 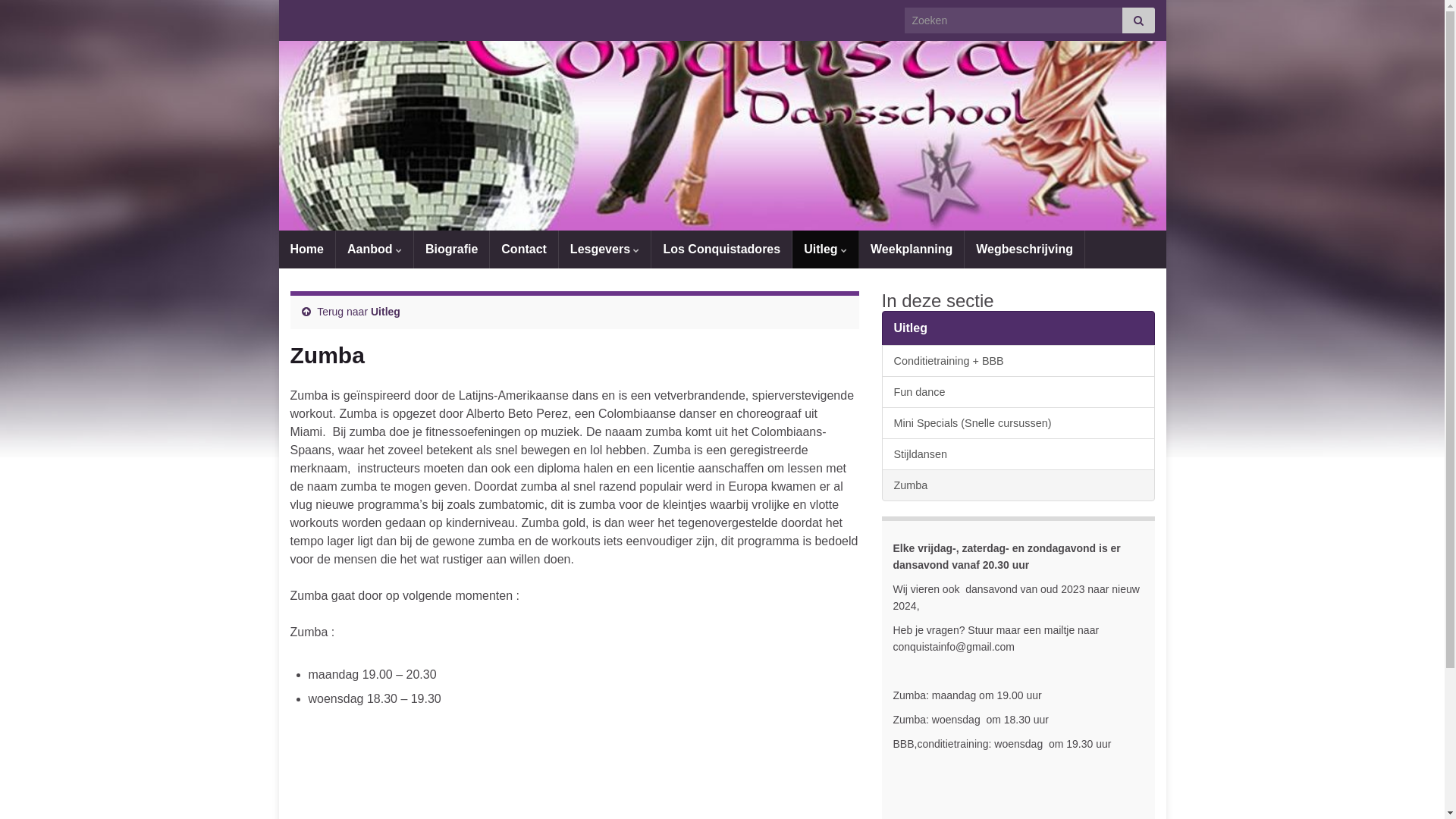 I want to click on 'Contact', so click(x=524, y=248).